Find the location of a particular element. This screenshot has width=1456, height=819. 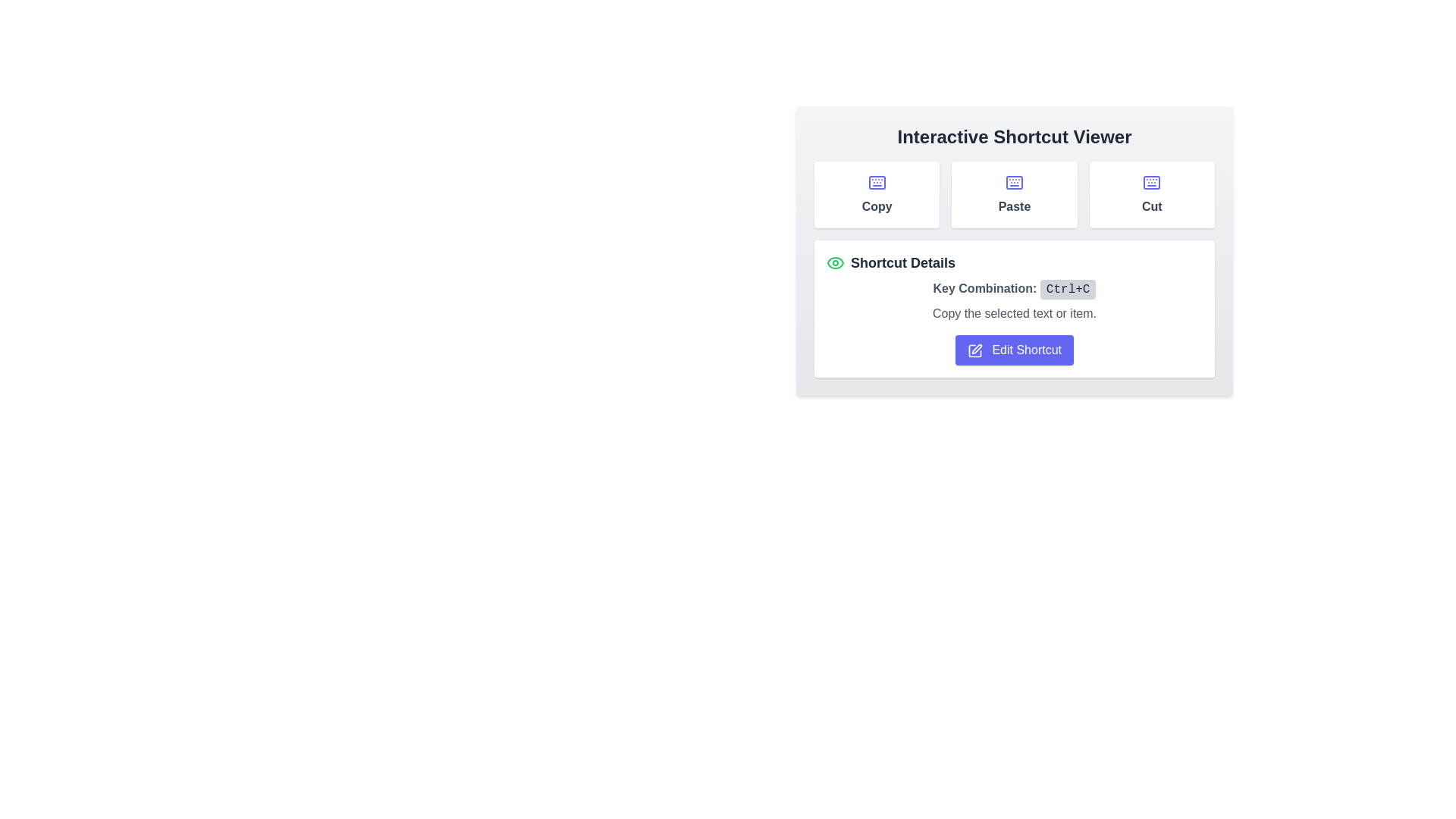

the button located at the bottom of the 'Shortcut Details' section is located at coordinates (1015, 350).